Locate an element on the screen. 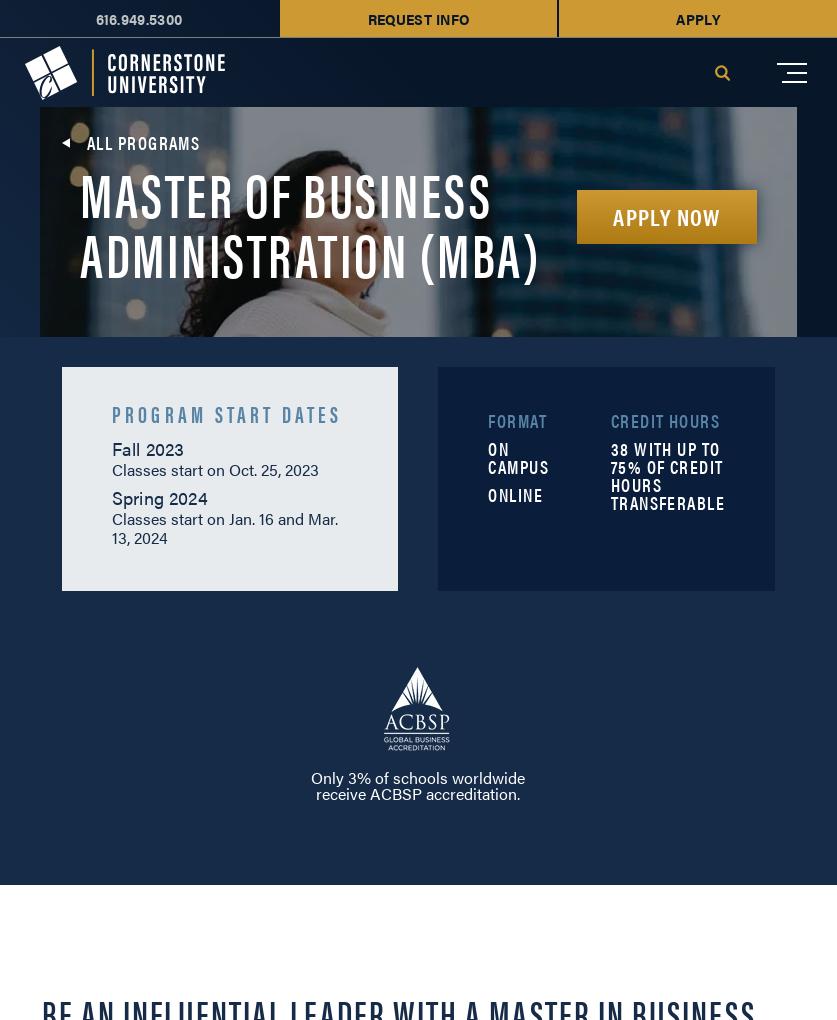  'Administration (MBA)' is located at coordinates (310, 251).